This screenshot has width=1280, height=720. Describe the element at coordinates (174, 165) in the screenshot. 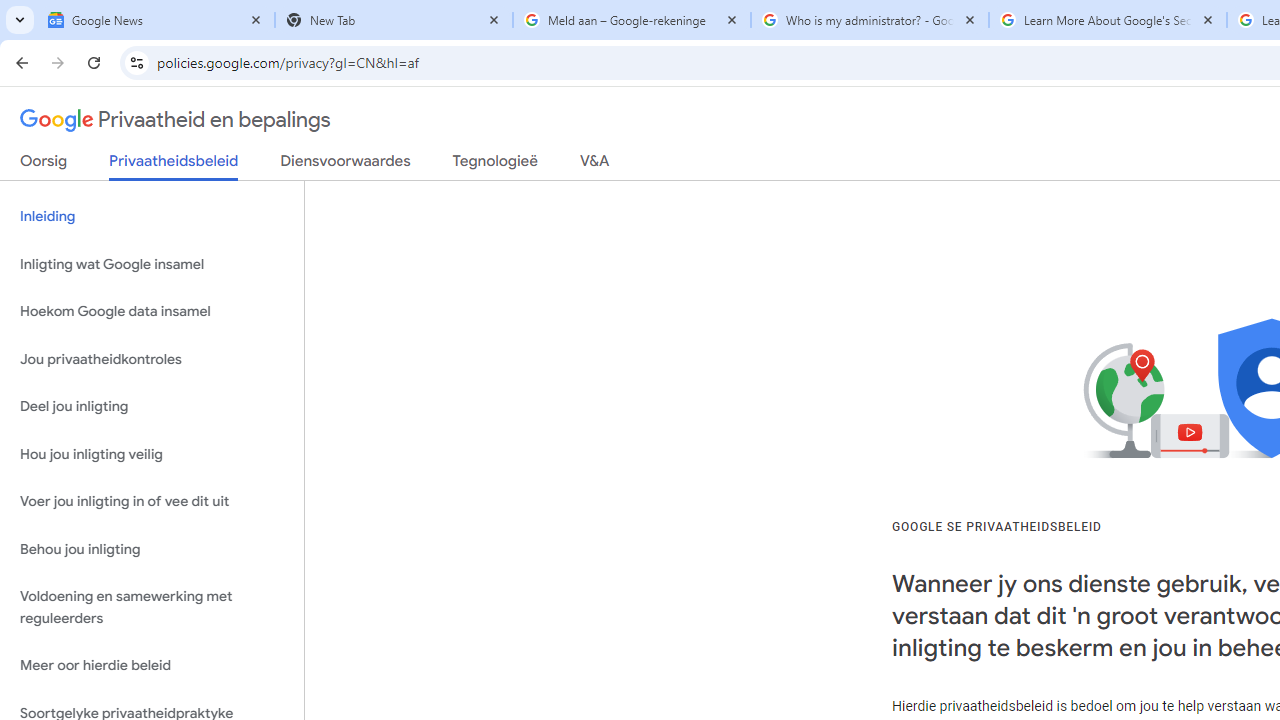

I see `'Privaatheidsbeleid'` at that location.